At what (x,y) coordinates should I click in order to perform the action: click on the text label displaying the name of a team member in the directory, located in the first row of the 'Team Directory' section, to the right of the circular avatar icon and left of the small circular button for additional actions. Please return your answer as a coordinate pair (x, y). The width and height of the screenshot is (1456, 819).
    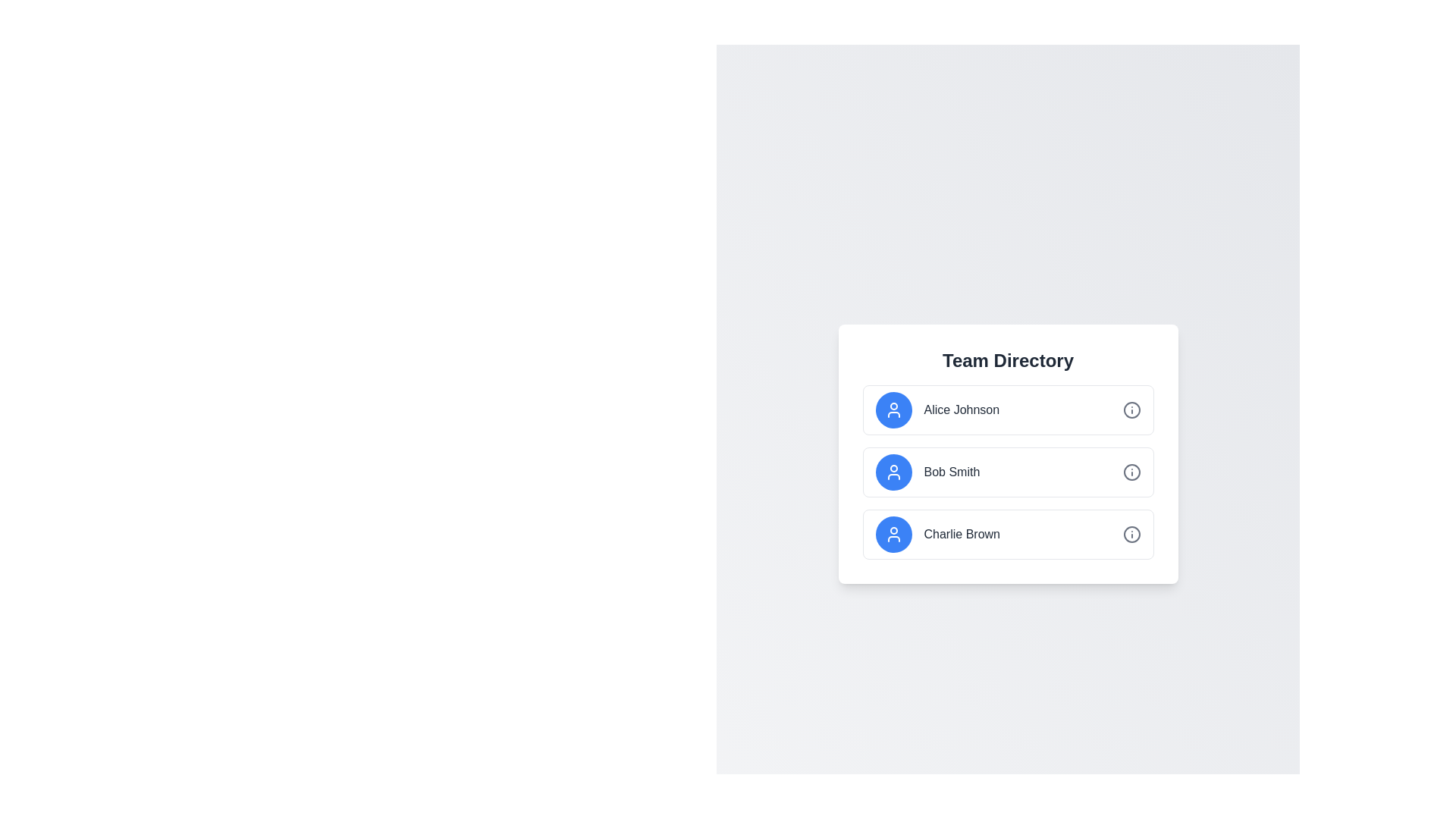
    Looking at the image, I should click on (961, 409).